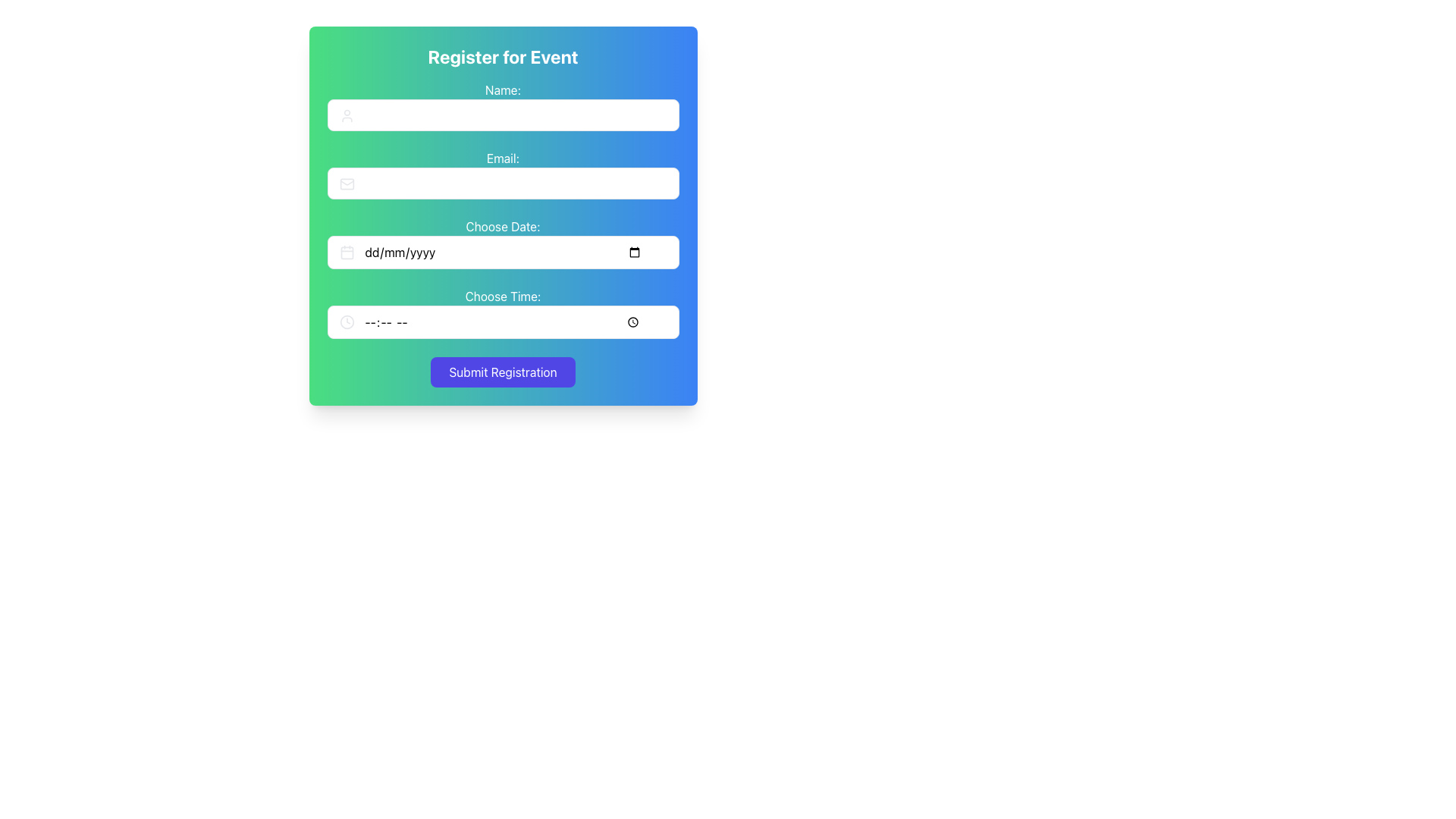  Describe the element at coordinates (503, 372) in the screenshot. I see `the submission button located at the bottom of the form, directly beneath the 'Choose Time' input field` at that location.